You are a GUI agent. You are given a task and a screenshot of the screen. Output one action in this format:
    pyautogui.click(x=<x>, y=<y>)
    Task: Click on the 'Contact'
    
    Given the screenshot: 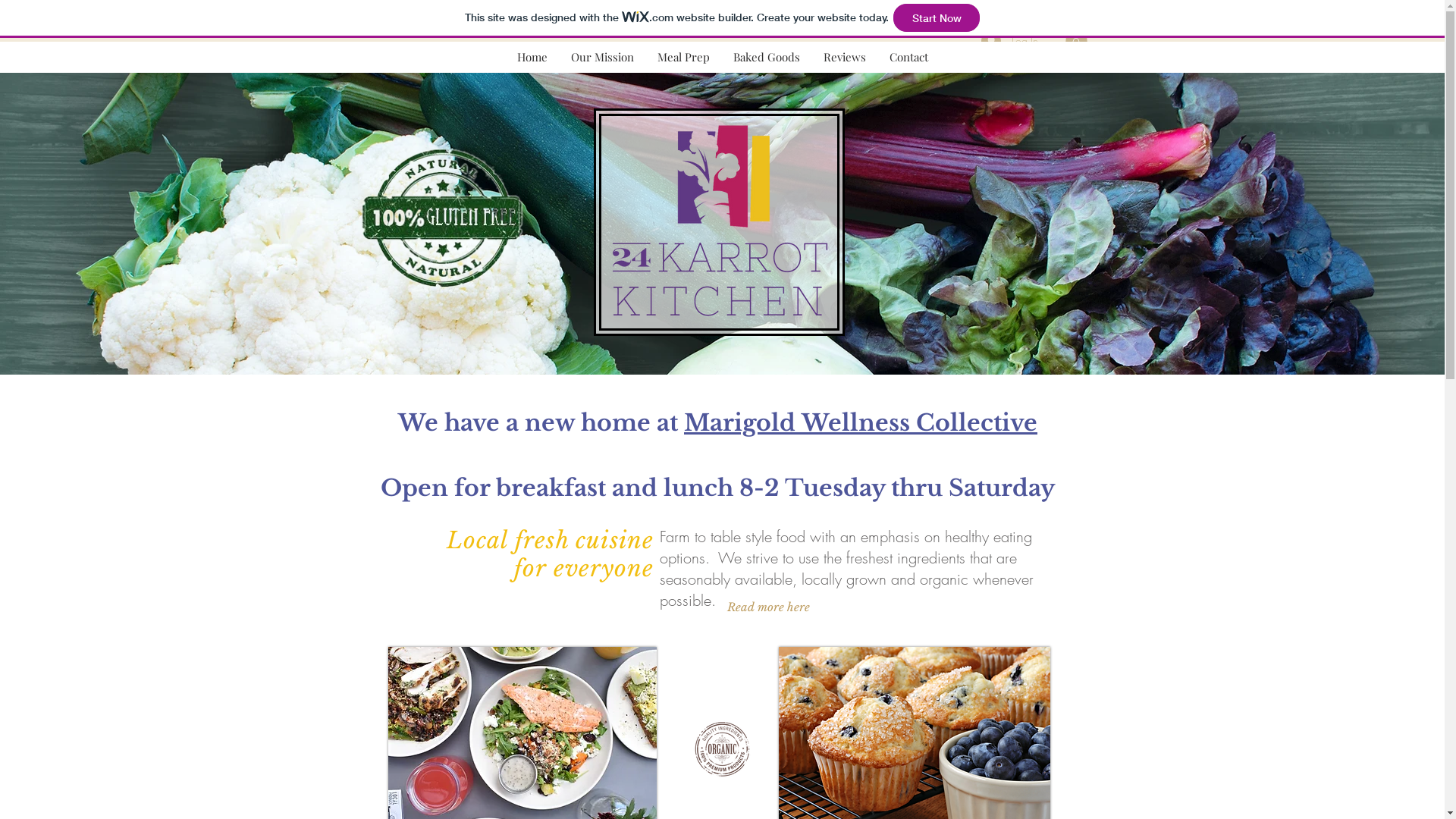 What is the action you would take?
    pyautogui.click(x=908, y=56)
    